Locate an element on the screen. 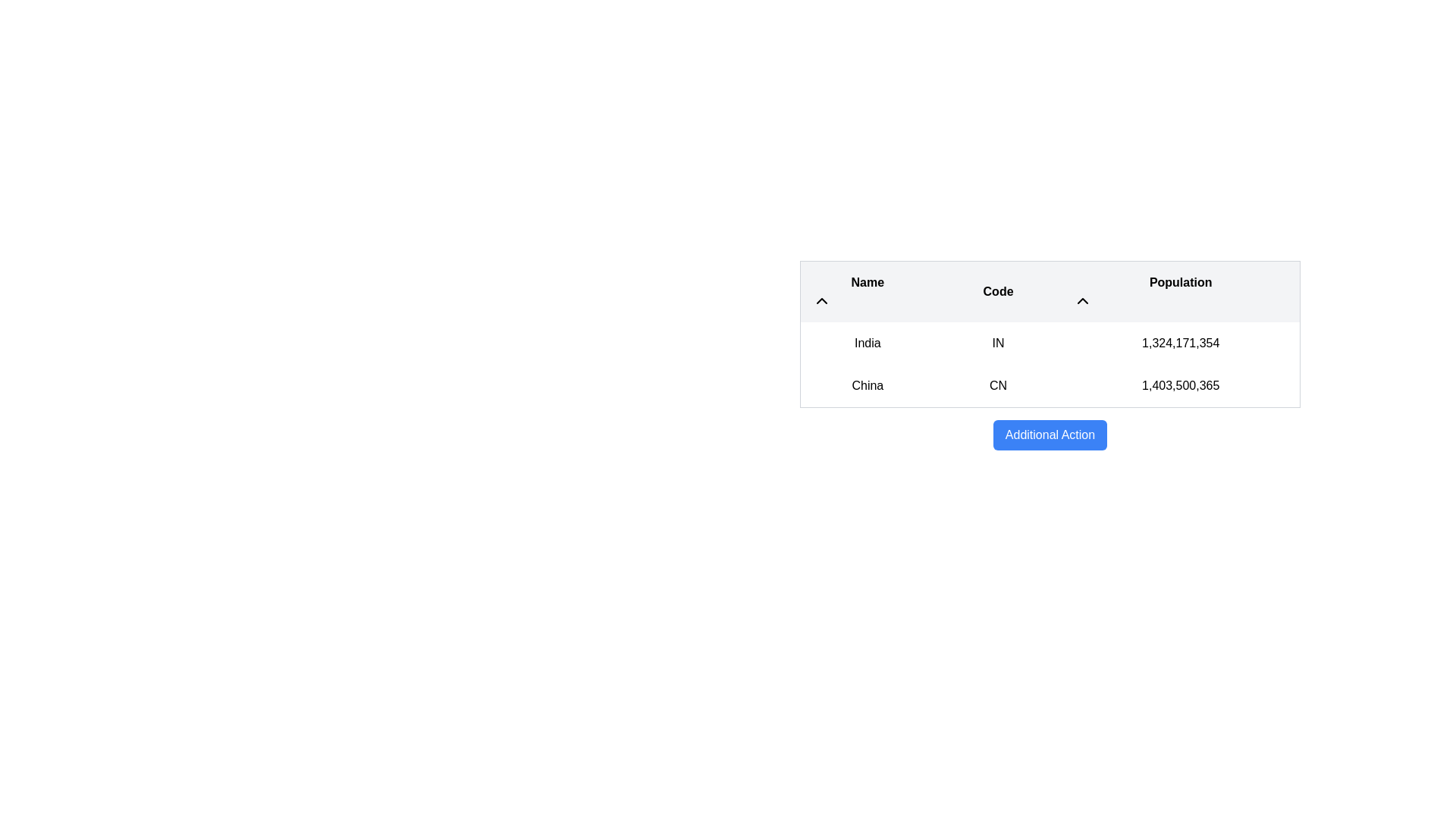 This screenshot has width=1456, height=819. text from the data table rows located directly below the header row of the table displaying country names, codes, and population counts is located at coordinates (1050, 365).